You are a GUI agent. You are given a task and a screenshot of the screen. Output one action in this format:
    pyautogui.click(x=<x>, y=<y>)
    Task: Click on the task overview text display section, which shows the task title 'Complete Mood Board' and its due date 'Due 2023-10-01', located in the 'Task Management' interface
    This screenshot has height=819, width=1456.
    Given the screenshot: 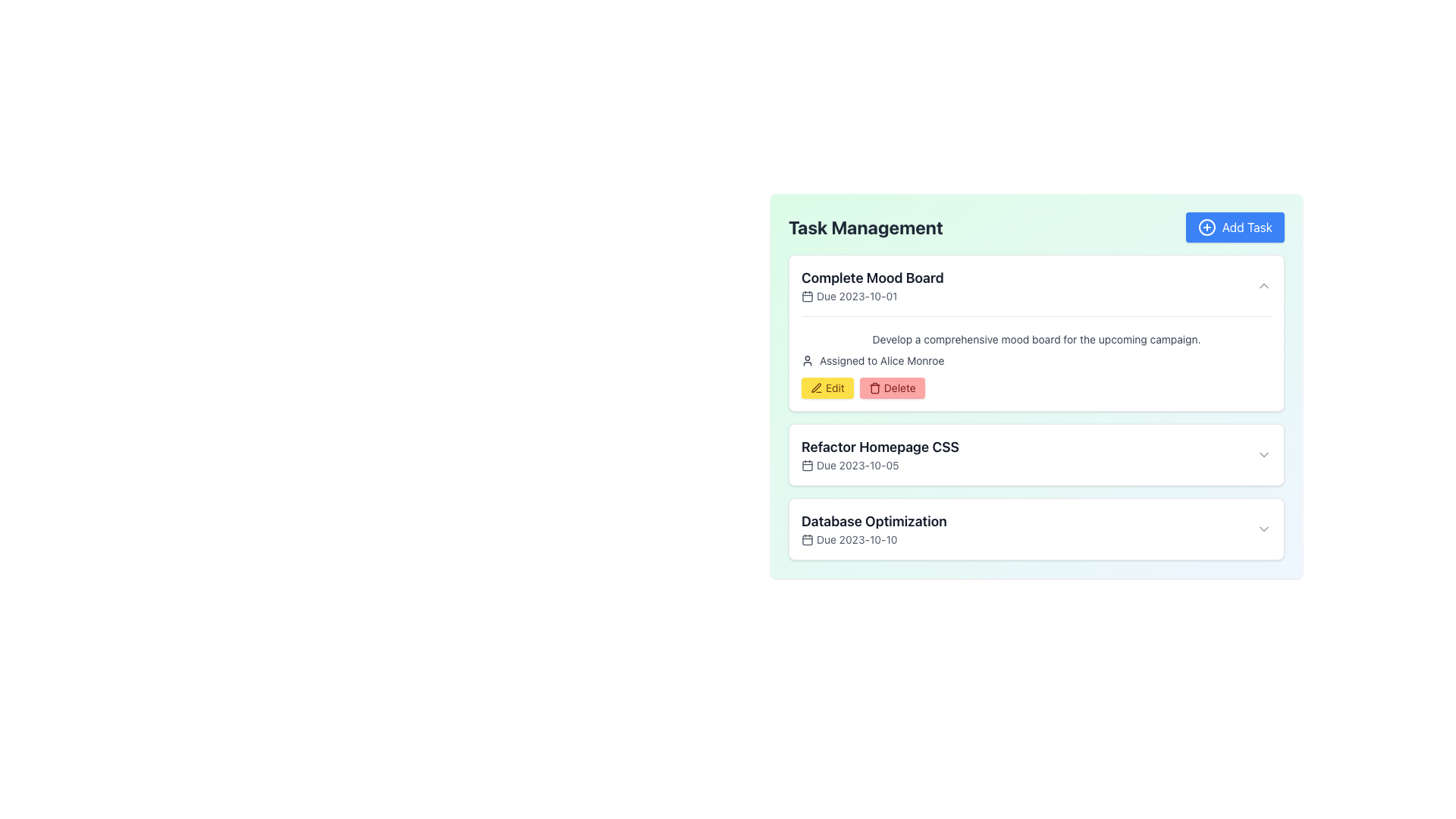 What is the action you would take?
    pyautogui.click(x=872, y=286)
    